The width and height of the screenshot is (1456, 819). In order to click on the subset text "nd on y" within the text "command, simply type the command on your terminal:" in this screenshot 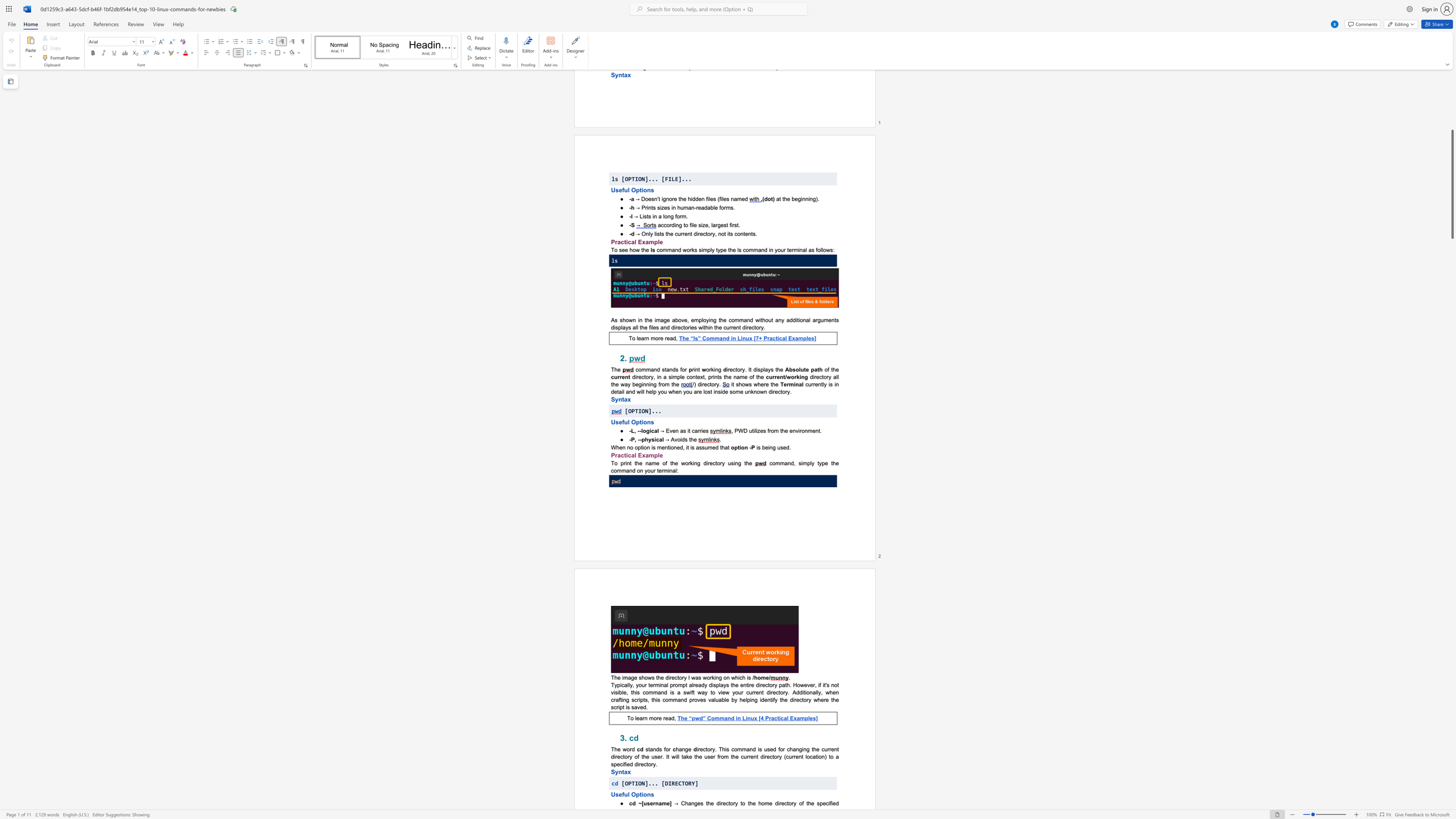, I will do `click(629, 470)`.